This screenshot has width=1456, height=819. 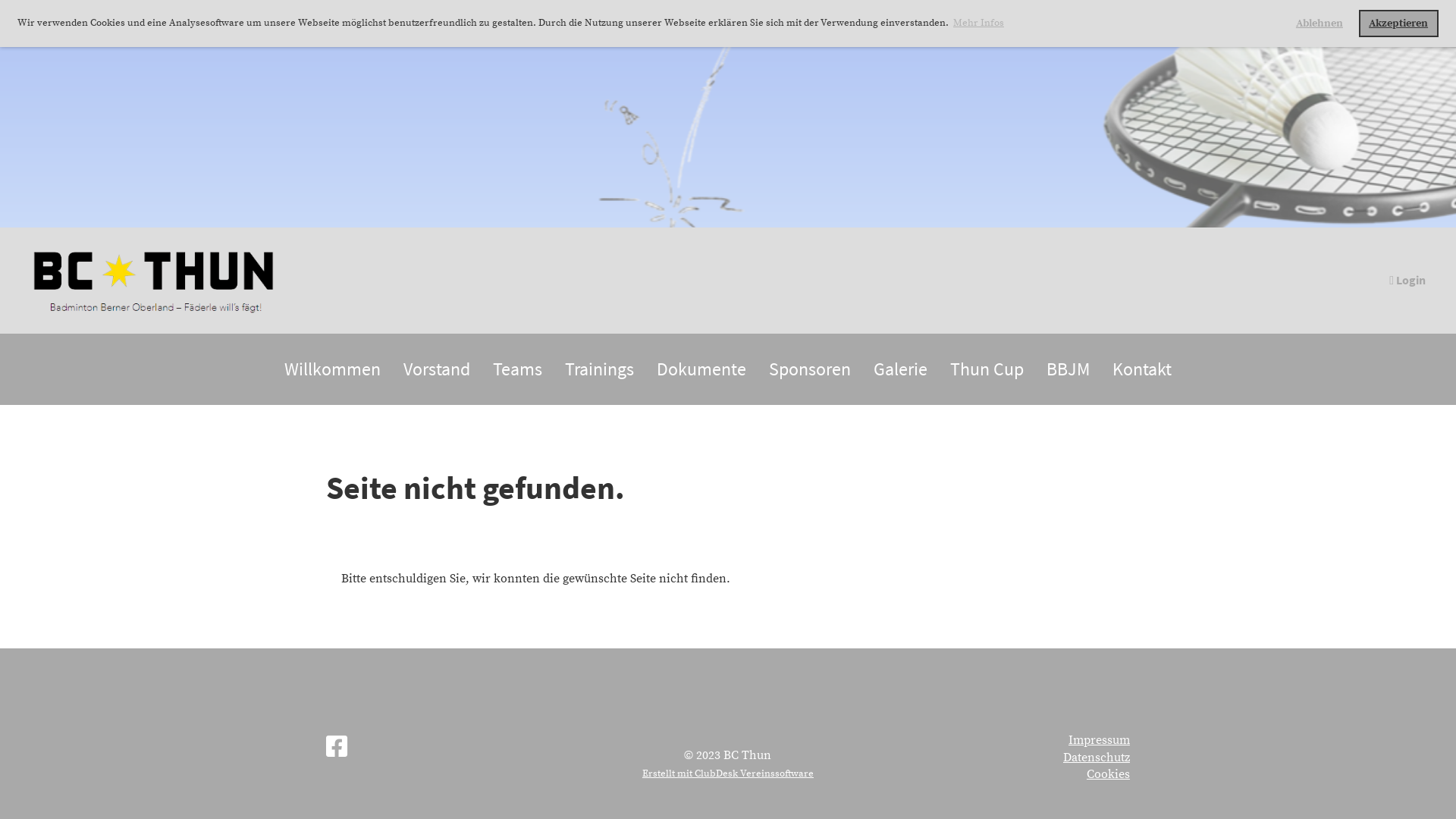 I want to click on 'Sponsoren', so click(x=757, y=369).